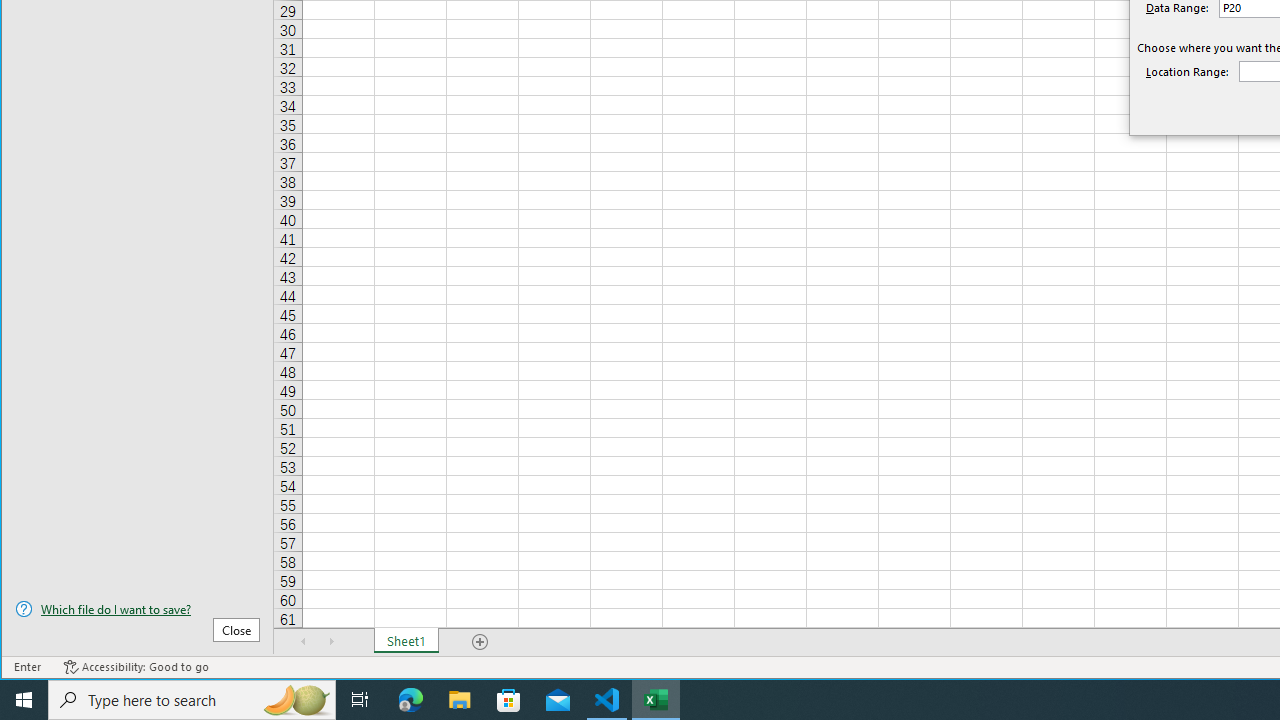 Image resolution: width=1280 pixels, height=720 pixels. I want to click on 'Accessibility Checker Accessibility: Good to go', so click(135, 667).